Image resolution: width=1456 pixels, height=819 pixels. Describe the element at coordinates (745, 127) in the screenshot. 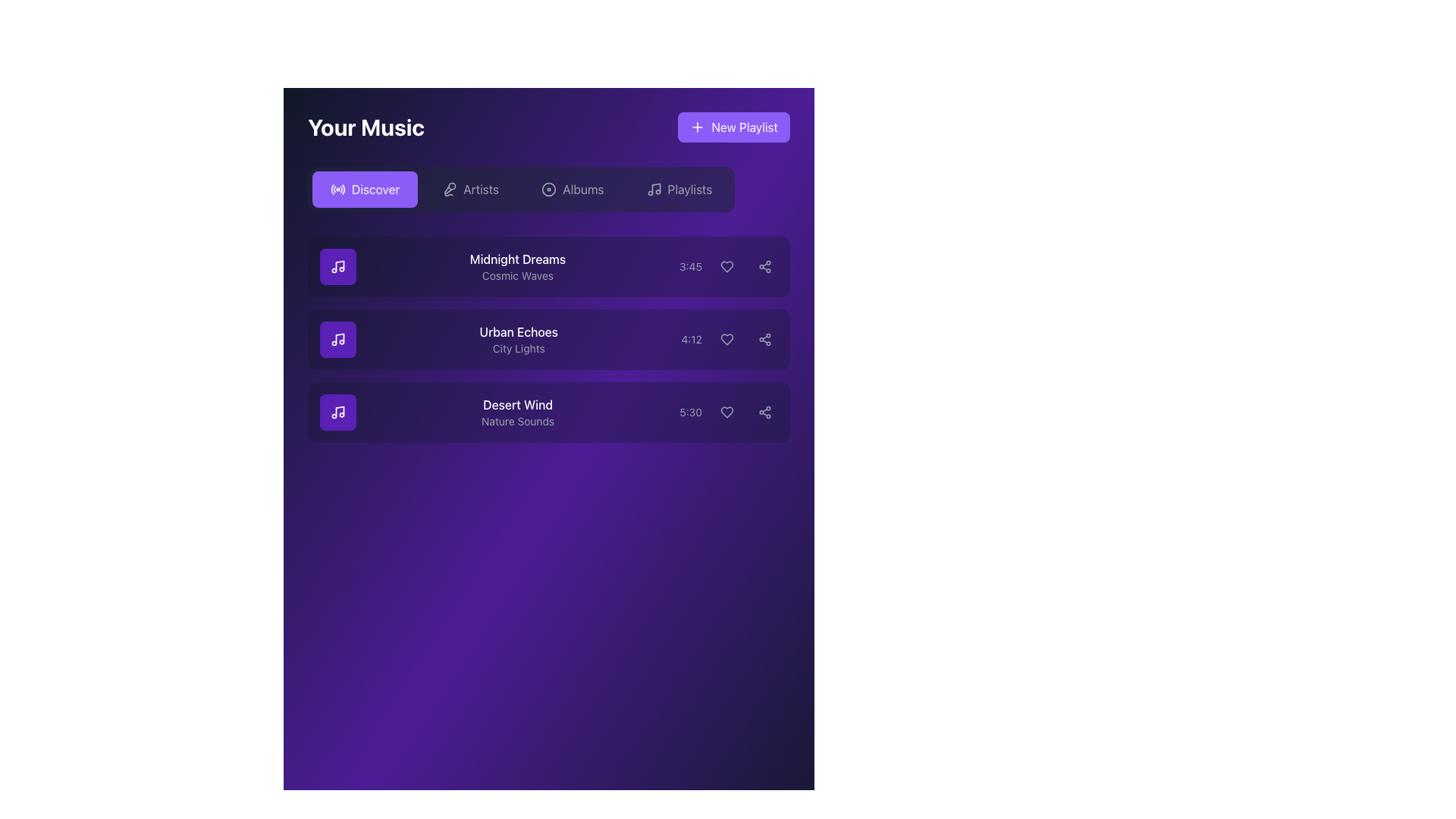

I see `the 'New Playlist' text label within the purple button, which features a '+' icon preceding the text` at that location.